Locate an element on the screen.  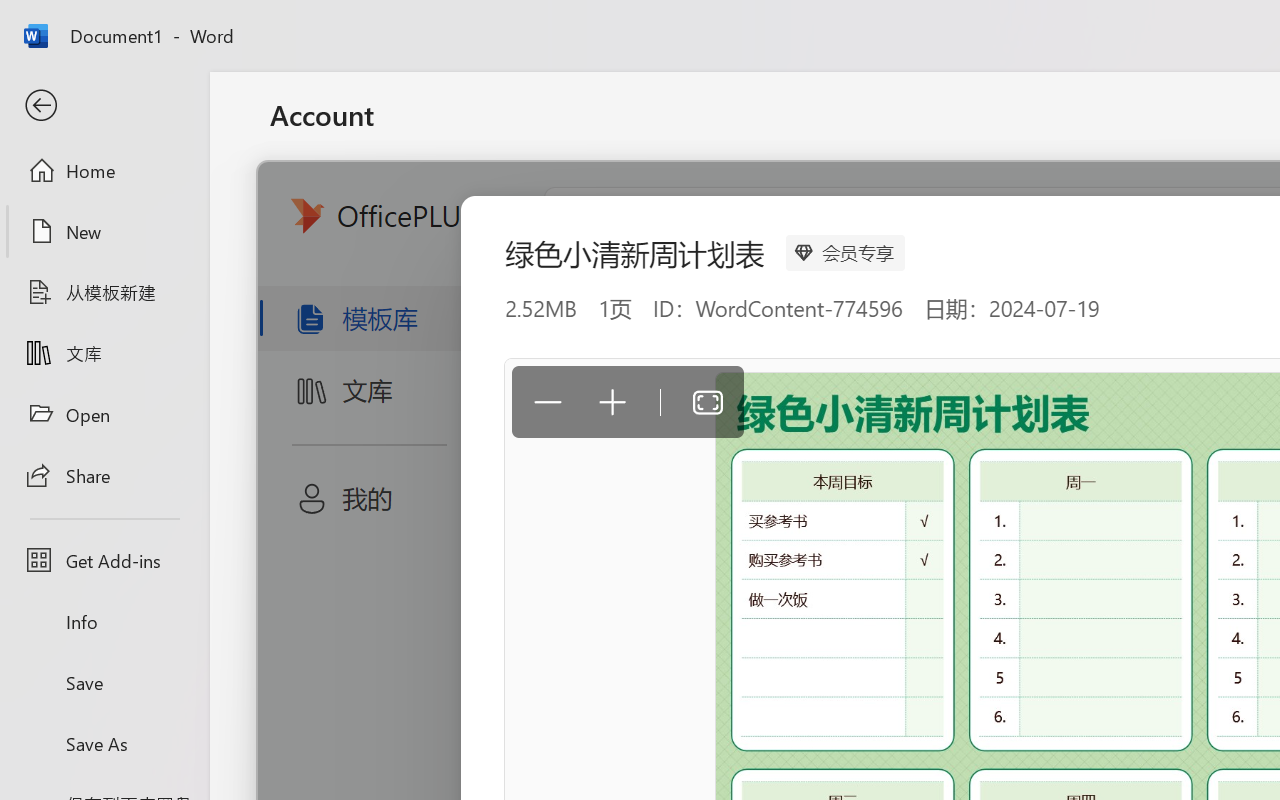
'Save As' is located at coordinates (103, 743).